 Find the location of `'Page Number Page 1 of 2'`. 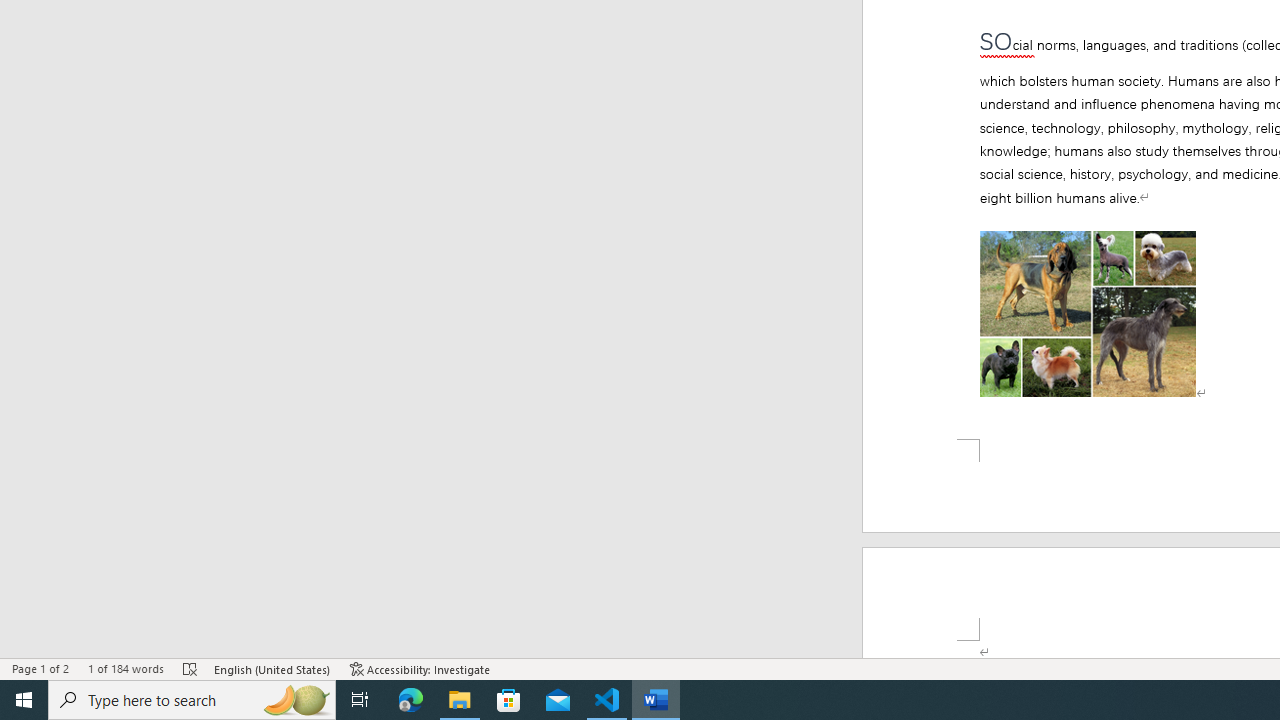

'Page Number Page 1 of 2' is located at coordinates (40, 669).